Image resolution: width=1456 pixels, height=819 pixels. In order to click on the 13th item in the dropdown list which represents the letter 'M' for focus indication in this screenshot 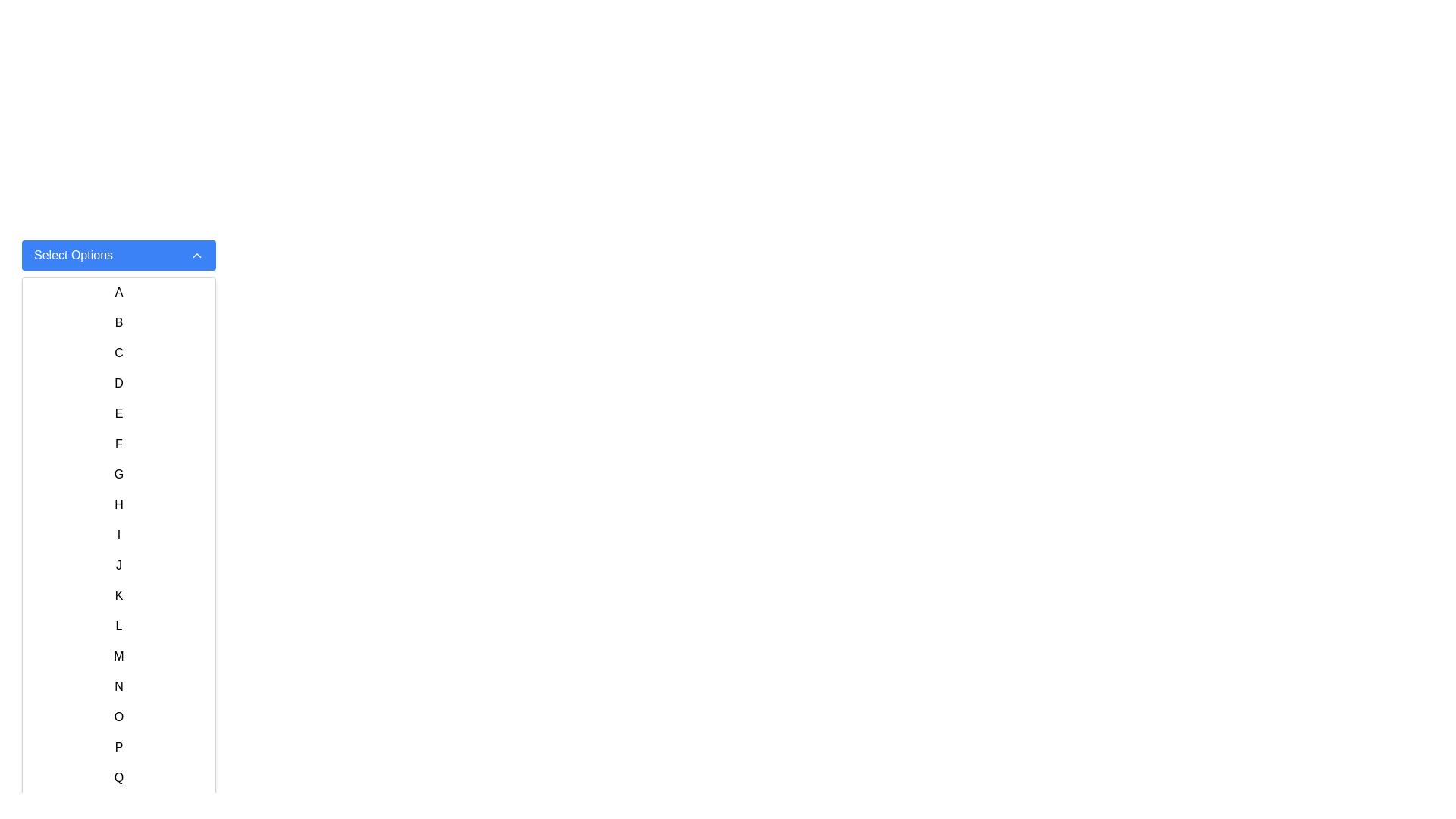, I will do `click(118, 656)`.